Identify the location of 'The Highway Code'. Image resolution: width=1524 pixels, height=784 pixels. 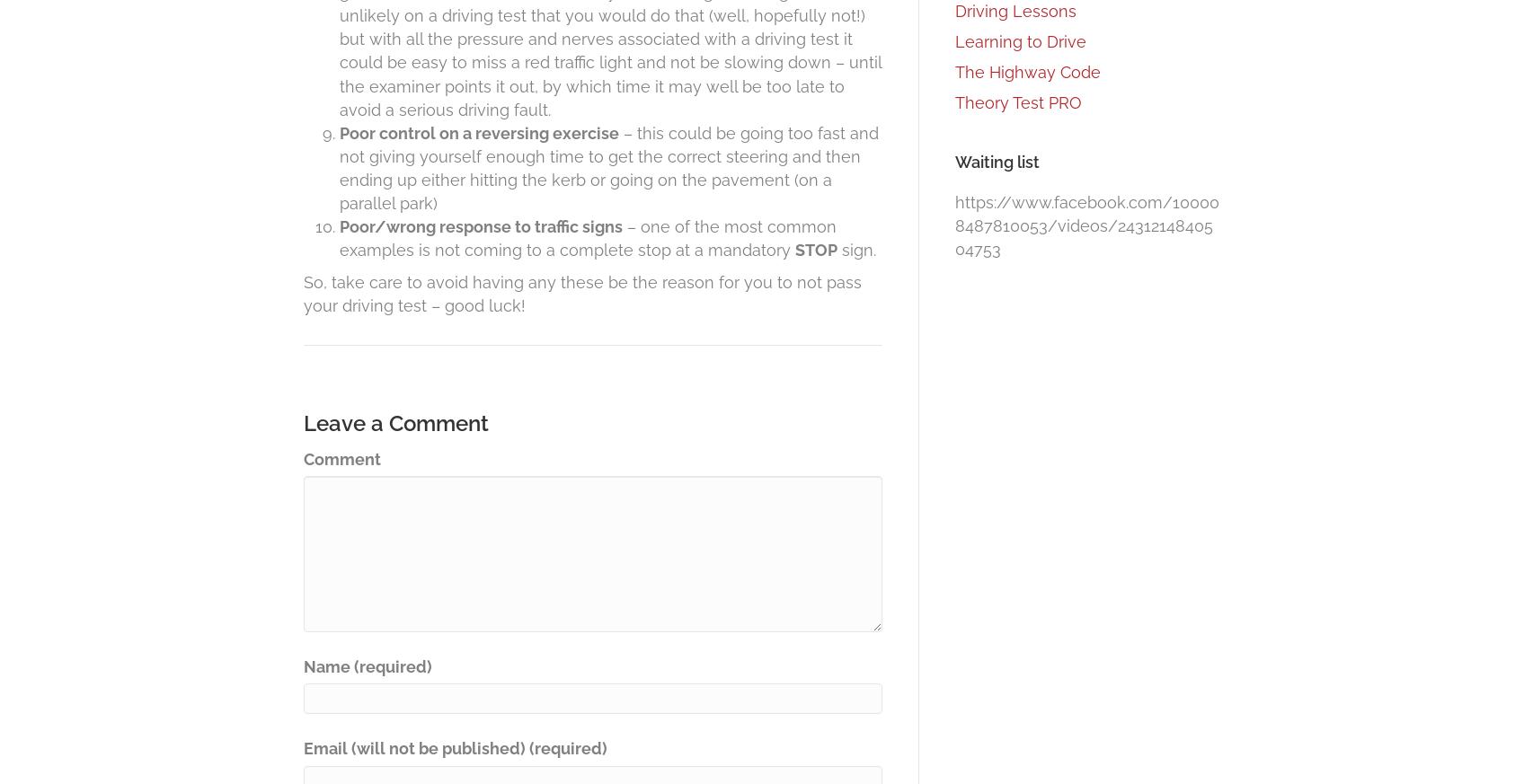
(1027, 70).